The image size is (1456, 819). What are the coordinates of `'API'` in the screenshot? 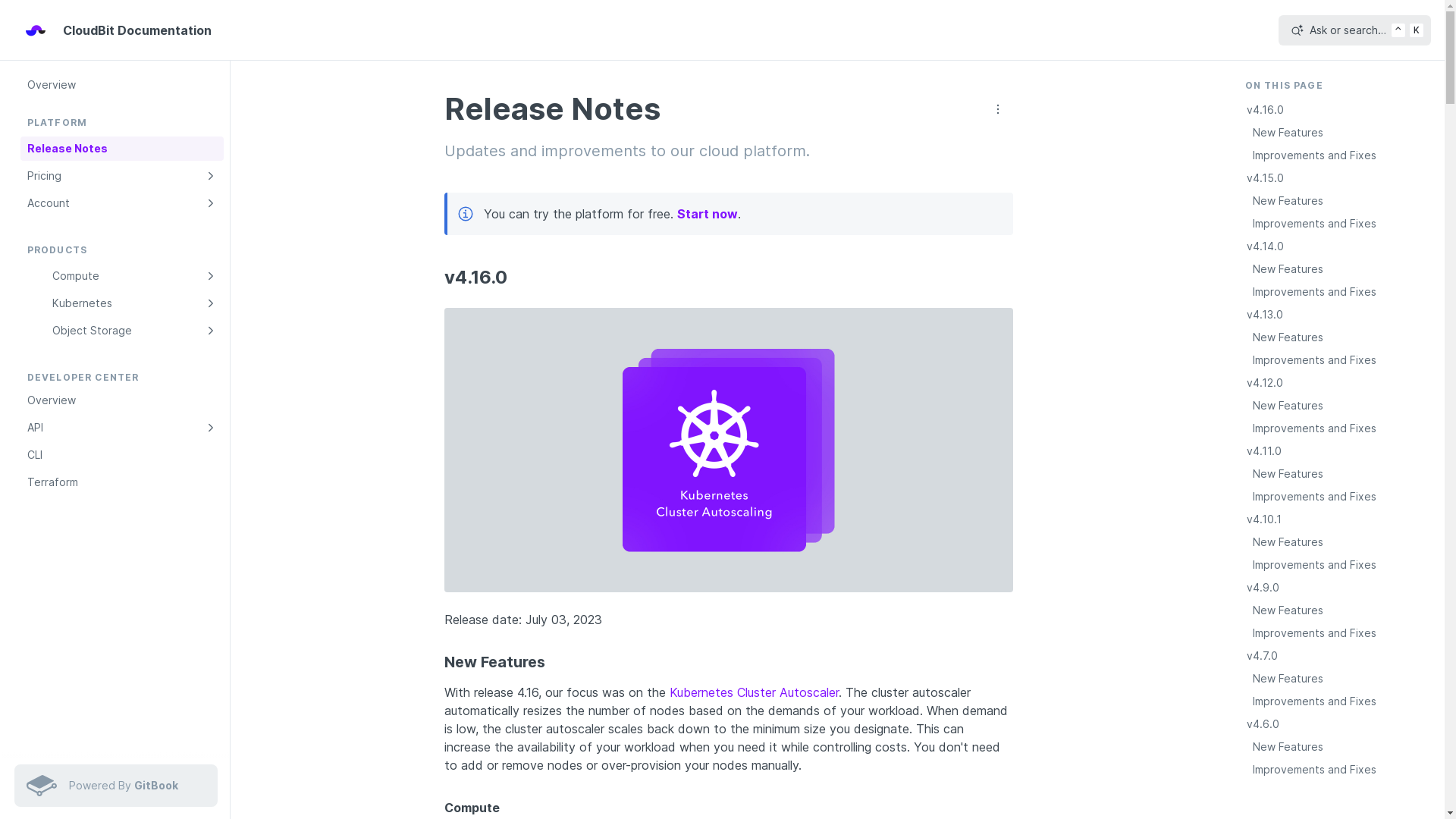 It's located at (120, 427).